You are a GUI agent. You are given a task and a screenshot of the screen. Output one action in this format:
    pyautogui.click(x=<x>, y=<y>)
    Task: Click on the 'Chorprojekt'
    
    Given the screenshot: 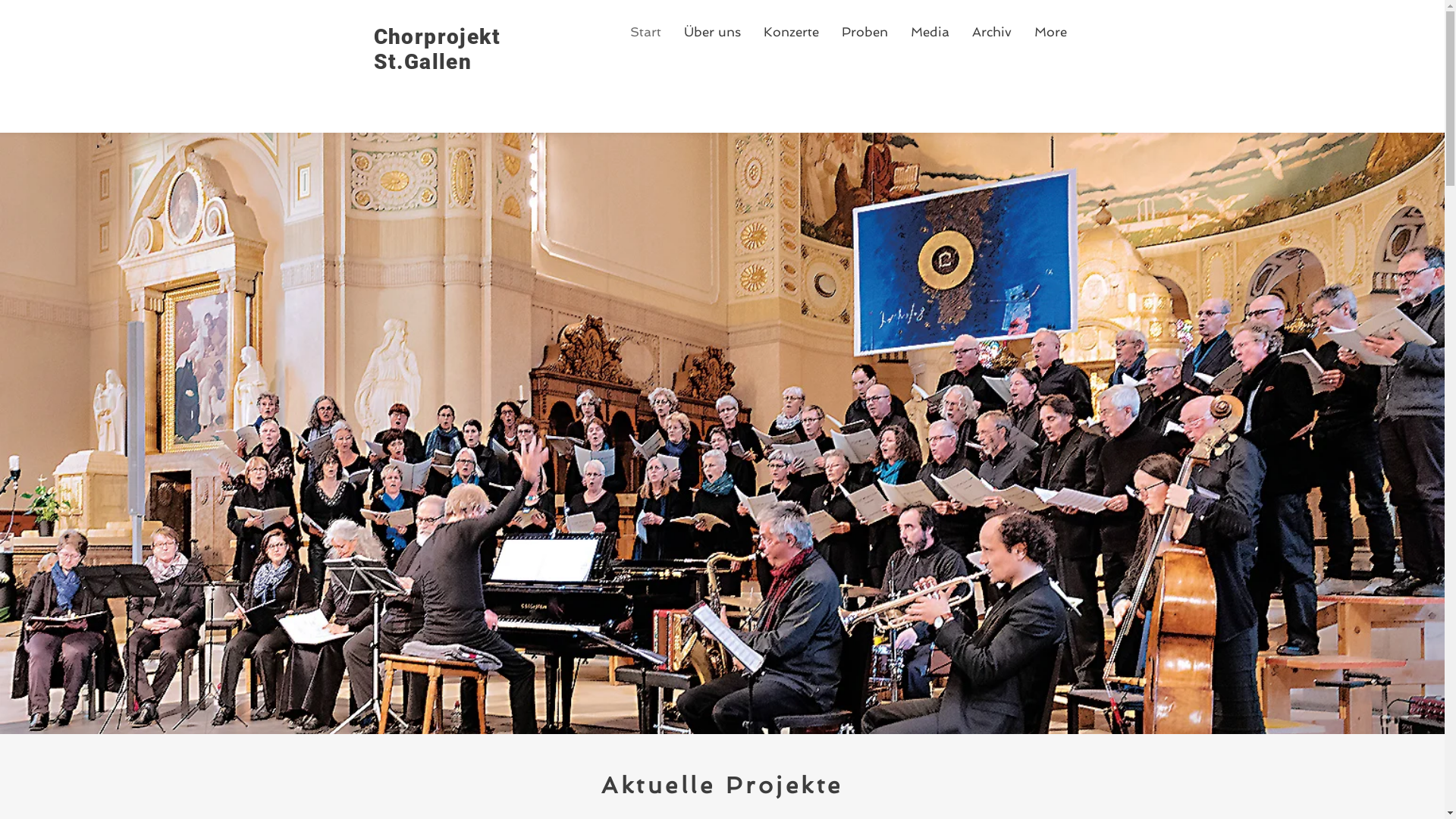 What is the action you would take?
    pyautogui.click(x=435, y=36)
    